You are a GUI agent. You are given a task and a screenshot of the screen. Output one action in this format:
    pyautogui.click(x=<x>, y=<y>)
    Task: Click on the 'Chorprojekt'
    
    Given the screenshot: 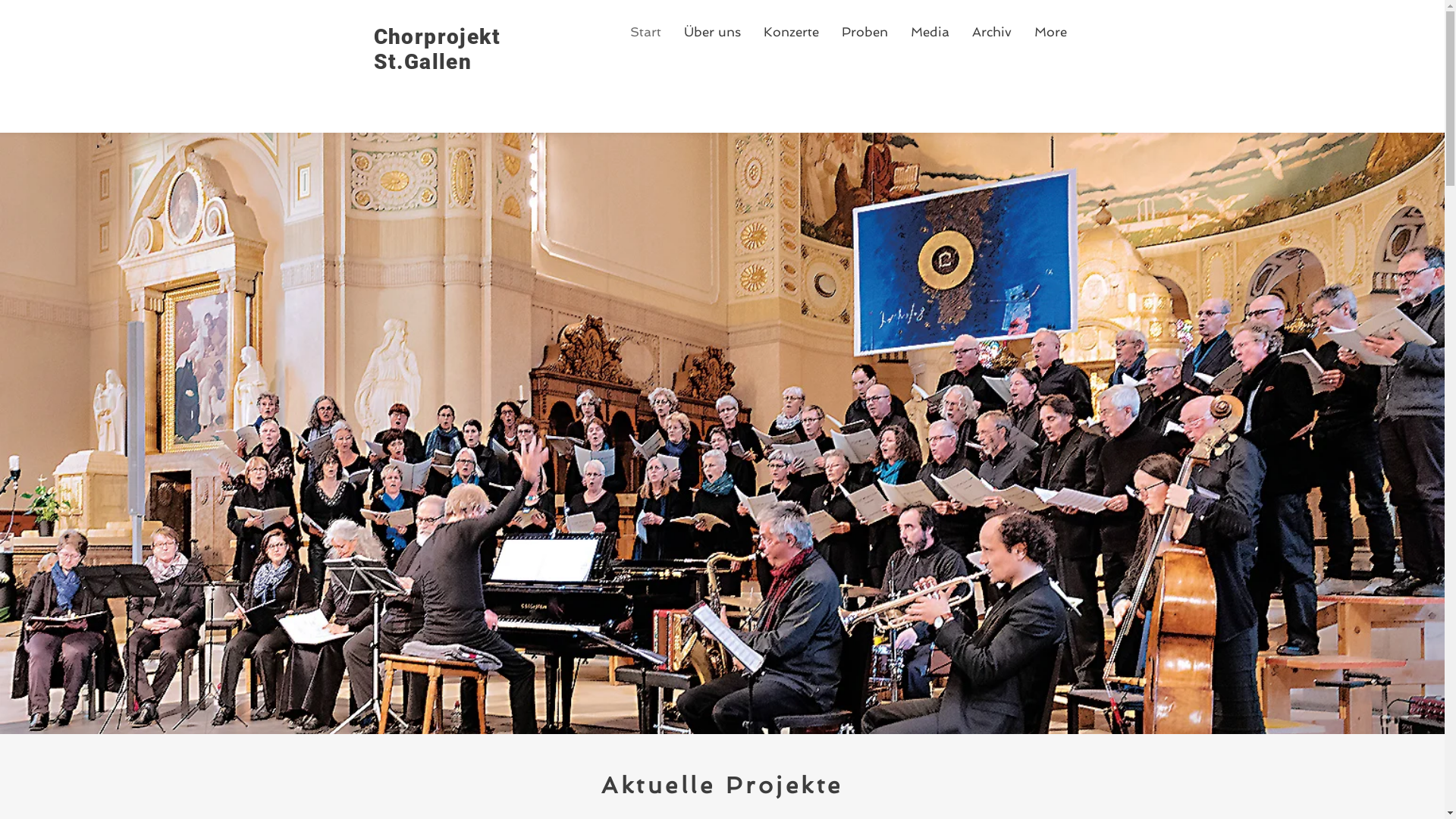 What is the action you would take?
    pyautogui.click(x=435, y=36)
    